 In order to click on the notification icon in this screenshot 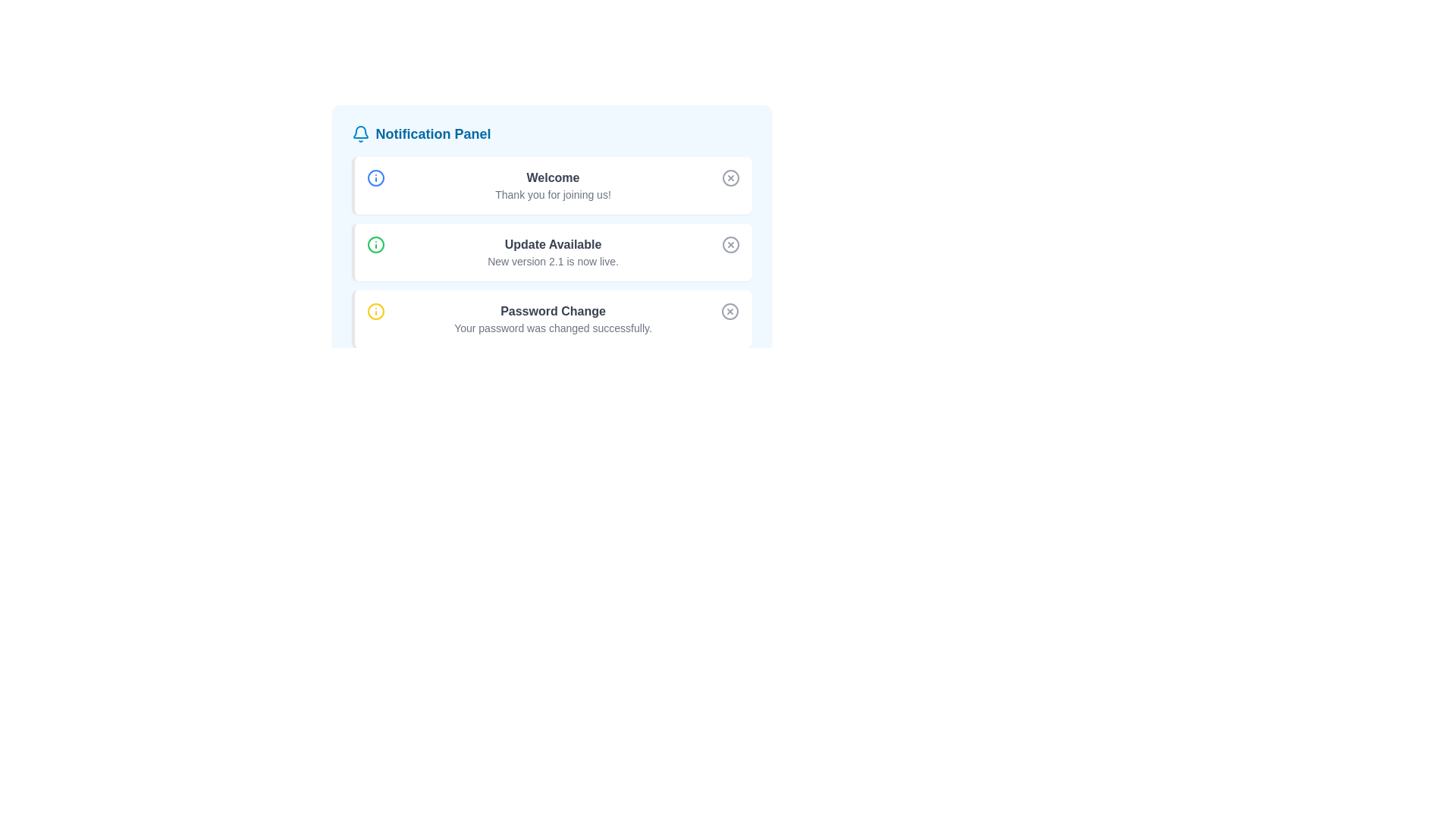, I will do `click(359, 130)`.